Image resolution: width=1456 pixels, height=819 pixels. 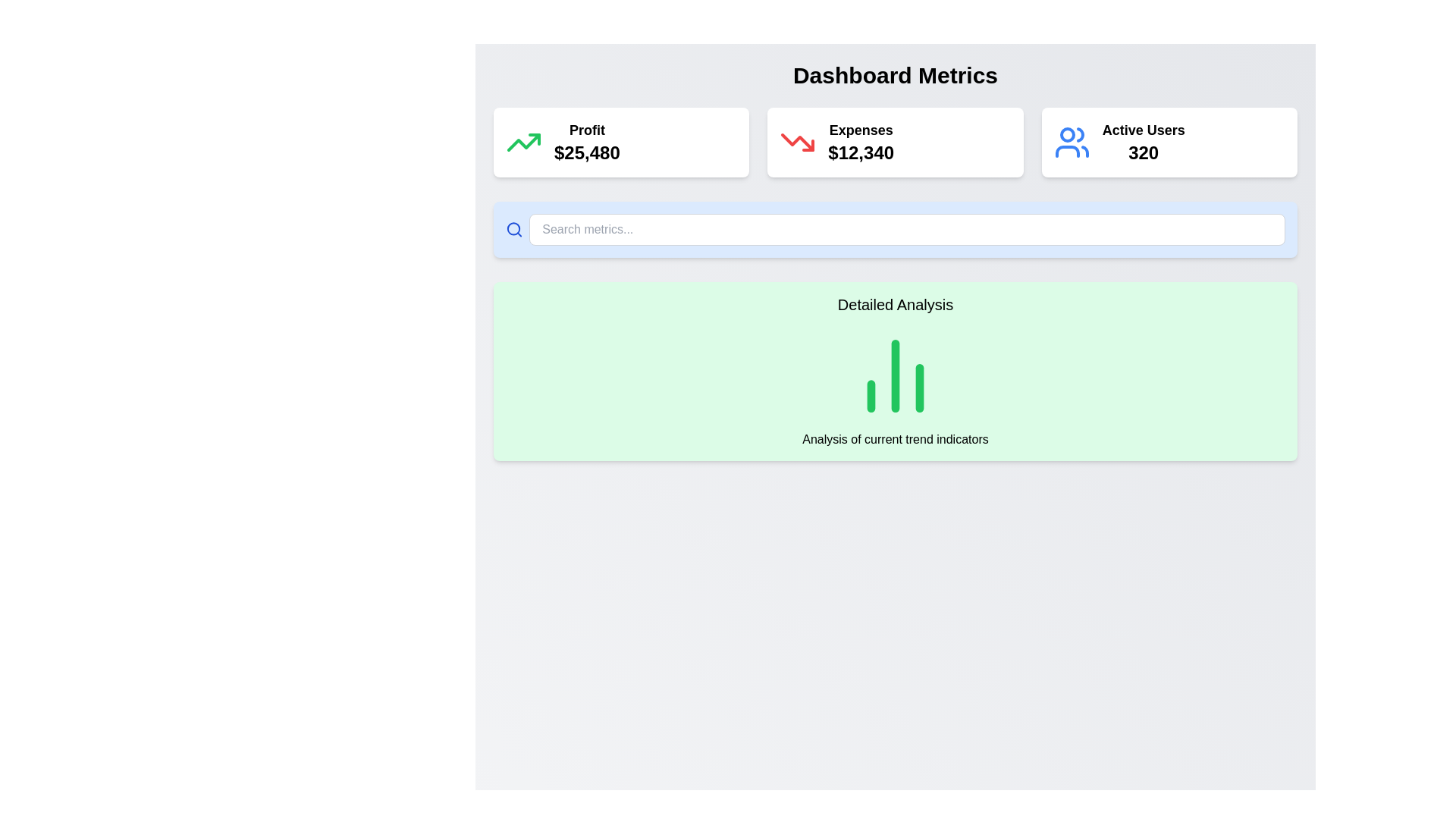 I want to click on the search icon located at the leftmost side of the search bar component, directly above the 'Detailed Analysis' section, to initiate a search, so click(x=514, y=230).